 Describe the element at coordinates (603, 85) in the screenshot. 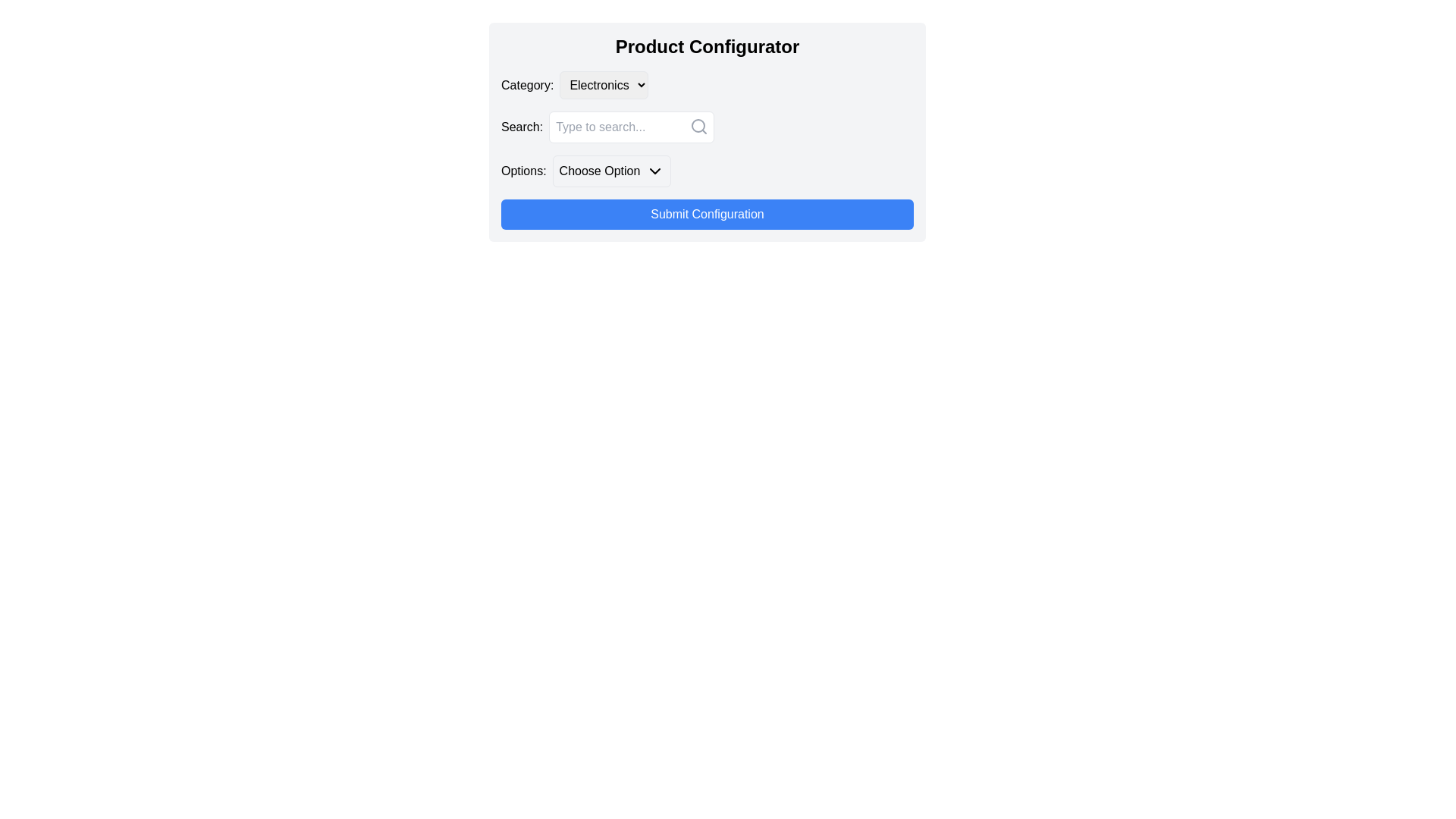

I see `the 'Electronics' dropdown menu located in the 'Product Configurator' section` at that location.